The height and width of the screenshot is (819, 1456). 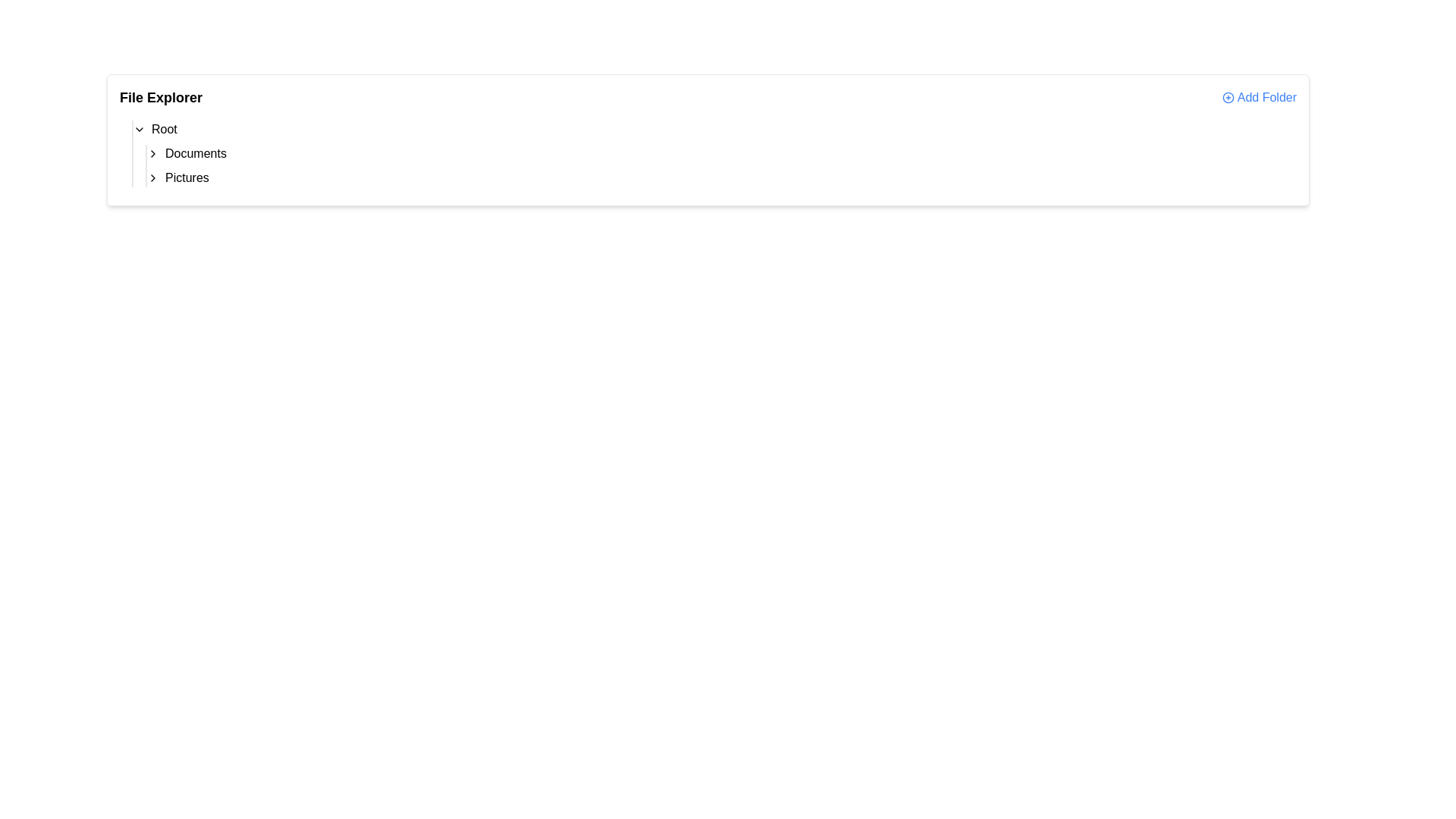 What do you see at coordinates (186, 177) in the screenshot?
I see `the 'Pictures' text label located in the file explorer interface` at bounding box center [186, 177].